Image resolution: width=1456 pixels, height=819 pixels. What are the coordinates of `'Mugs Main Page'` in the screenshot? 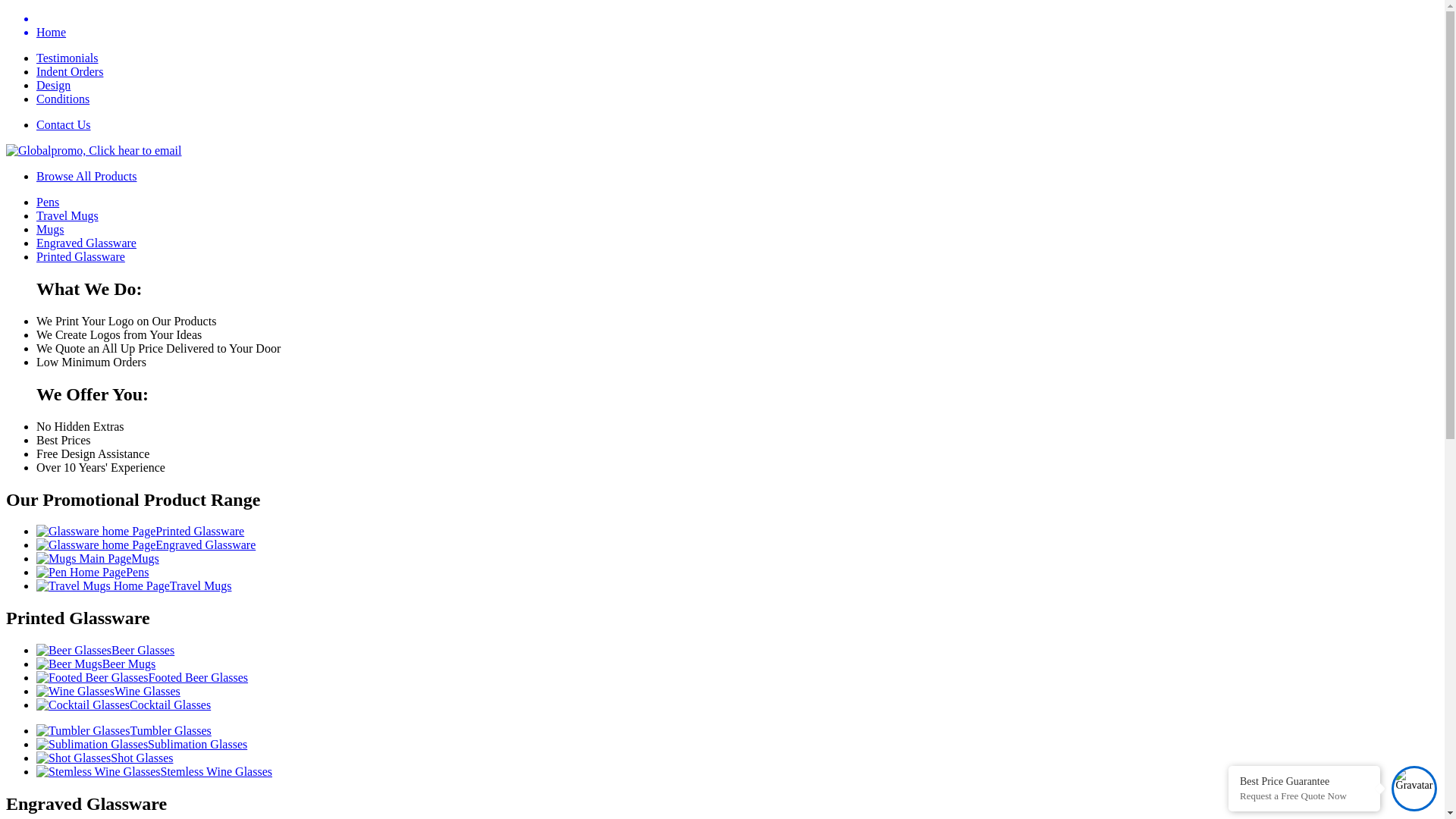 It's located at (83, 558).